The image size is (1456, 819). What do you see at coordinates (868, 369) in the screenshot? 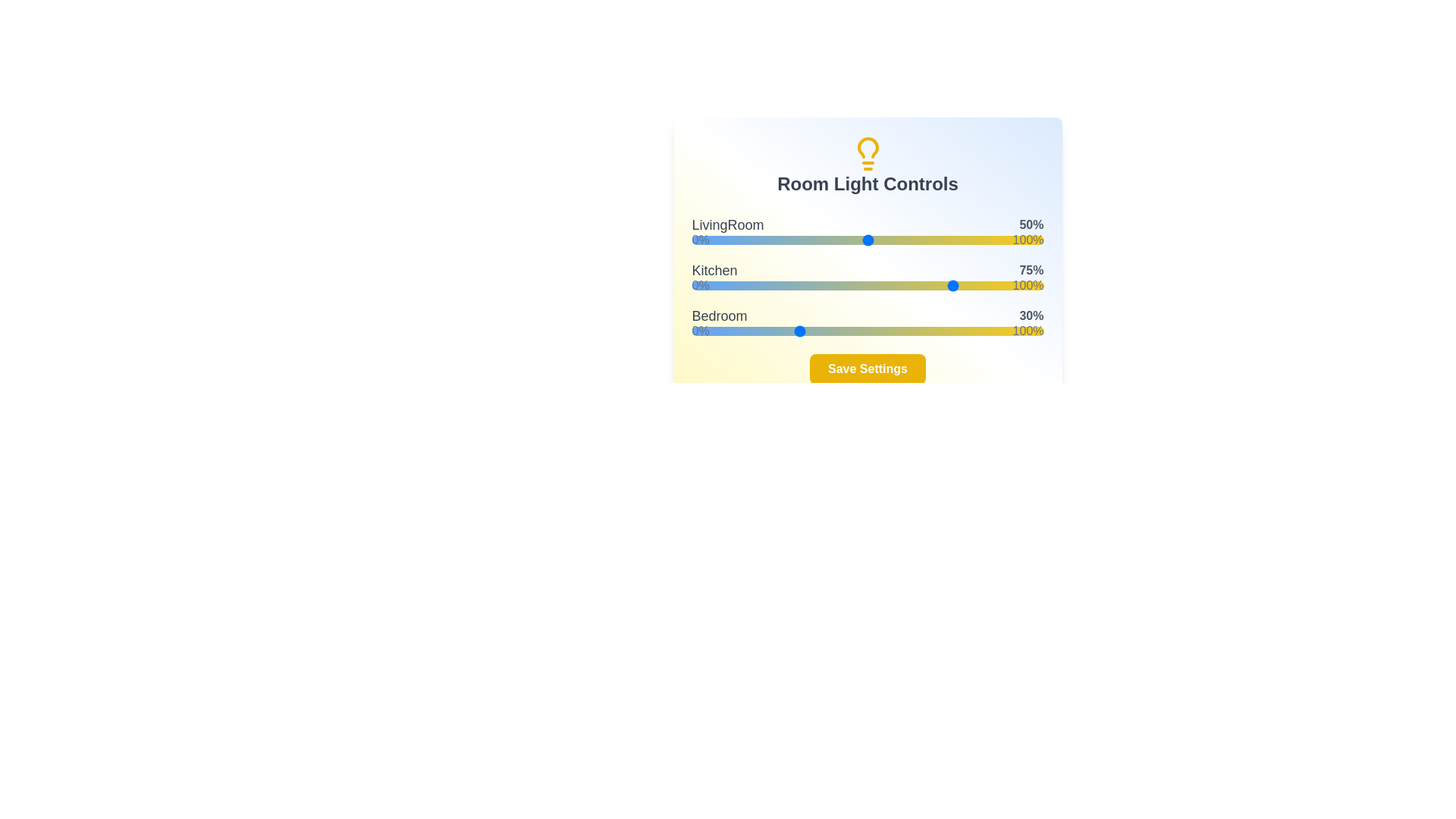
I see `'Save Settings' button to save the current light levels` at bounding box center [868, 369].